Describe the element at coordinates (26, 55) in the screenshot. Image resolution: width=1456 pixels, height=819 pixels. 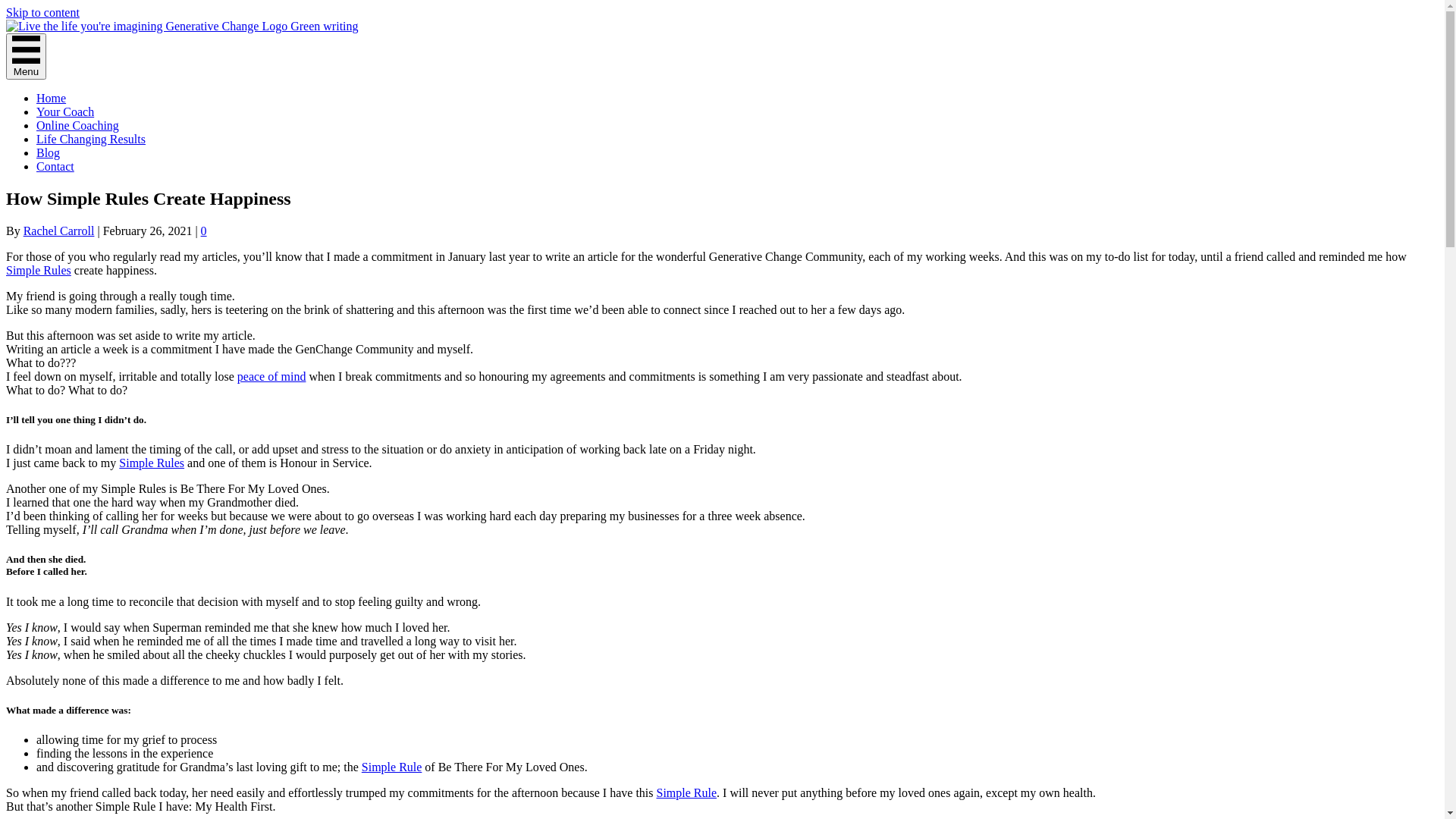
I see `'Menu'` at that location.